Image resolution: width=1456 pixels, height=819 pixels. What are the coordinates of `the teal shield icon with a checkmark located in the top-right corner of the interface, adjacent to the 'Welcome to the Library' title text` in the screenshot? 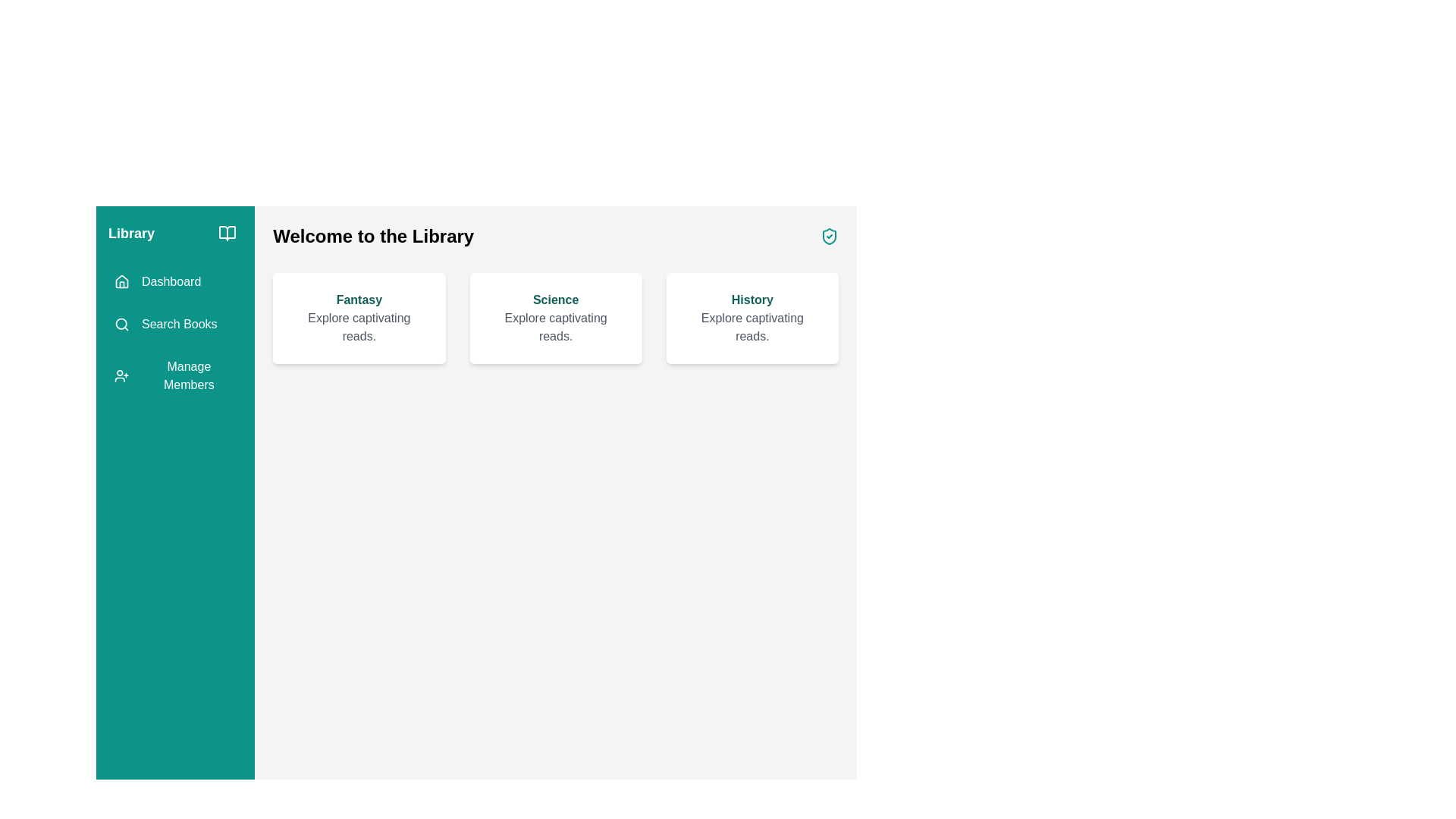 It's located at (829, 237).